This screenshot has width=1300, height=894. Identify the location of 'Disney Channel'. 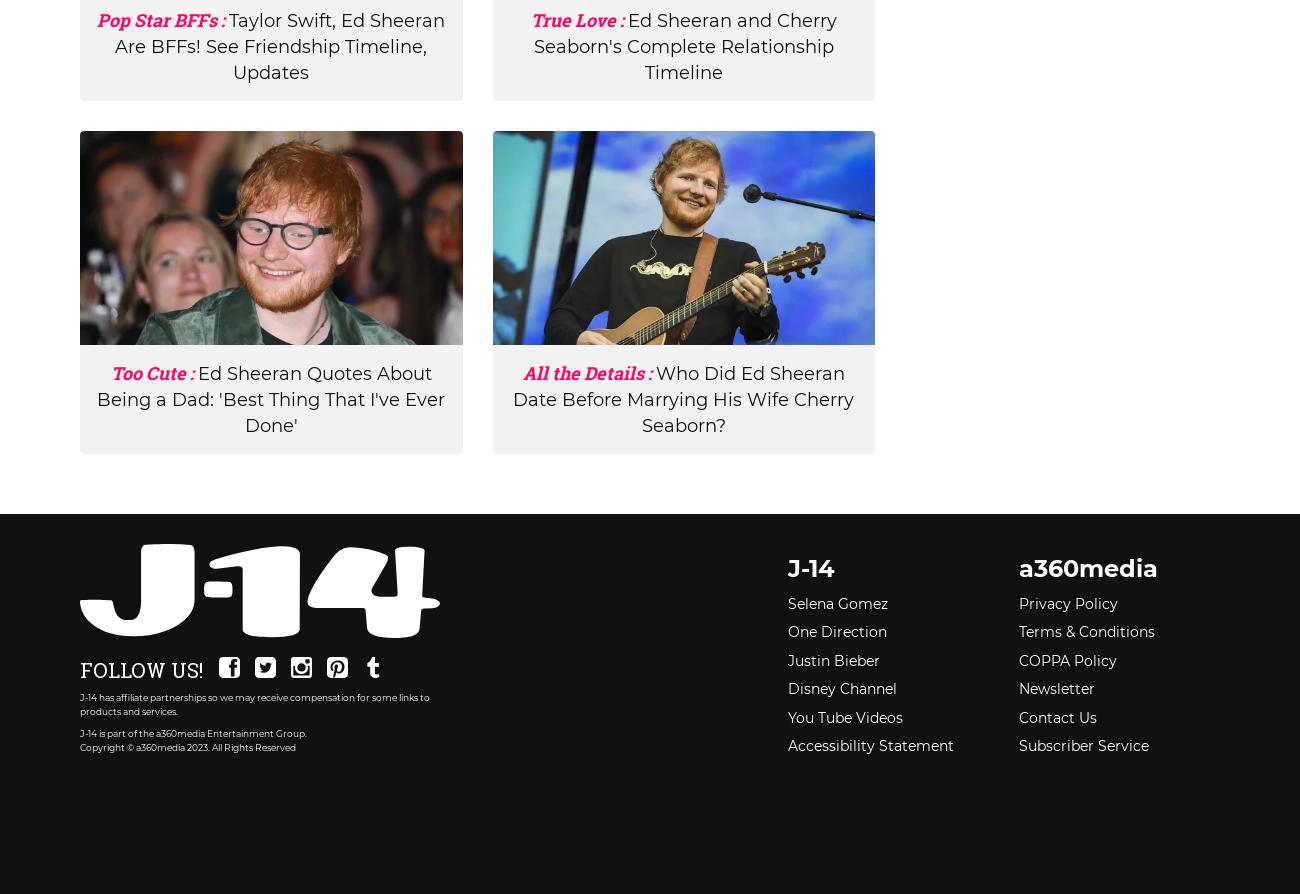
(842, 688).